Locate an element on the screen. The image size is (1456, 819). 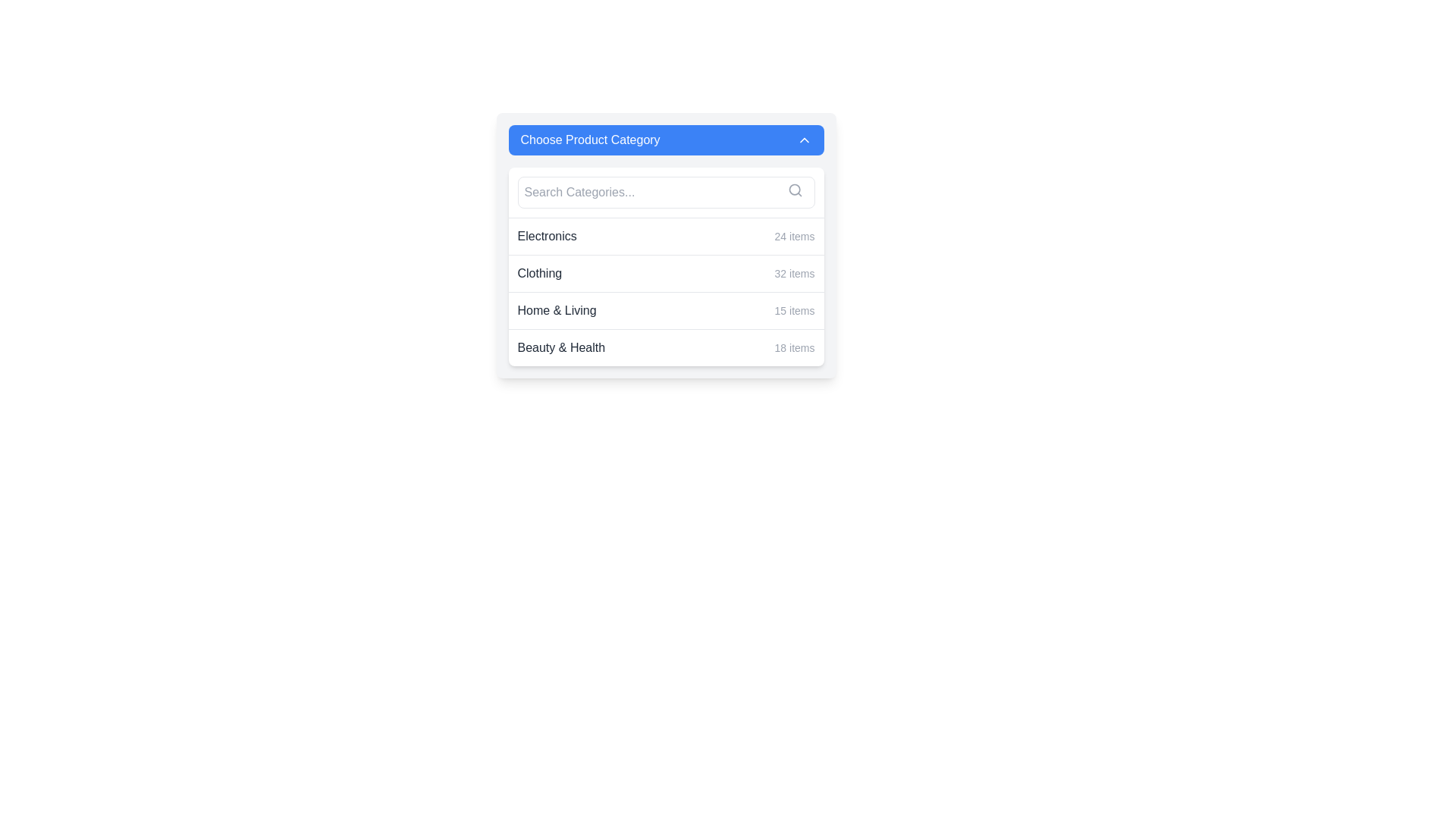
the 'Choose Product Category' text label displayed in bold white font on a blue rectangular background at the top of the dropdown menu to read it is located at coordinates (589, 140).